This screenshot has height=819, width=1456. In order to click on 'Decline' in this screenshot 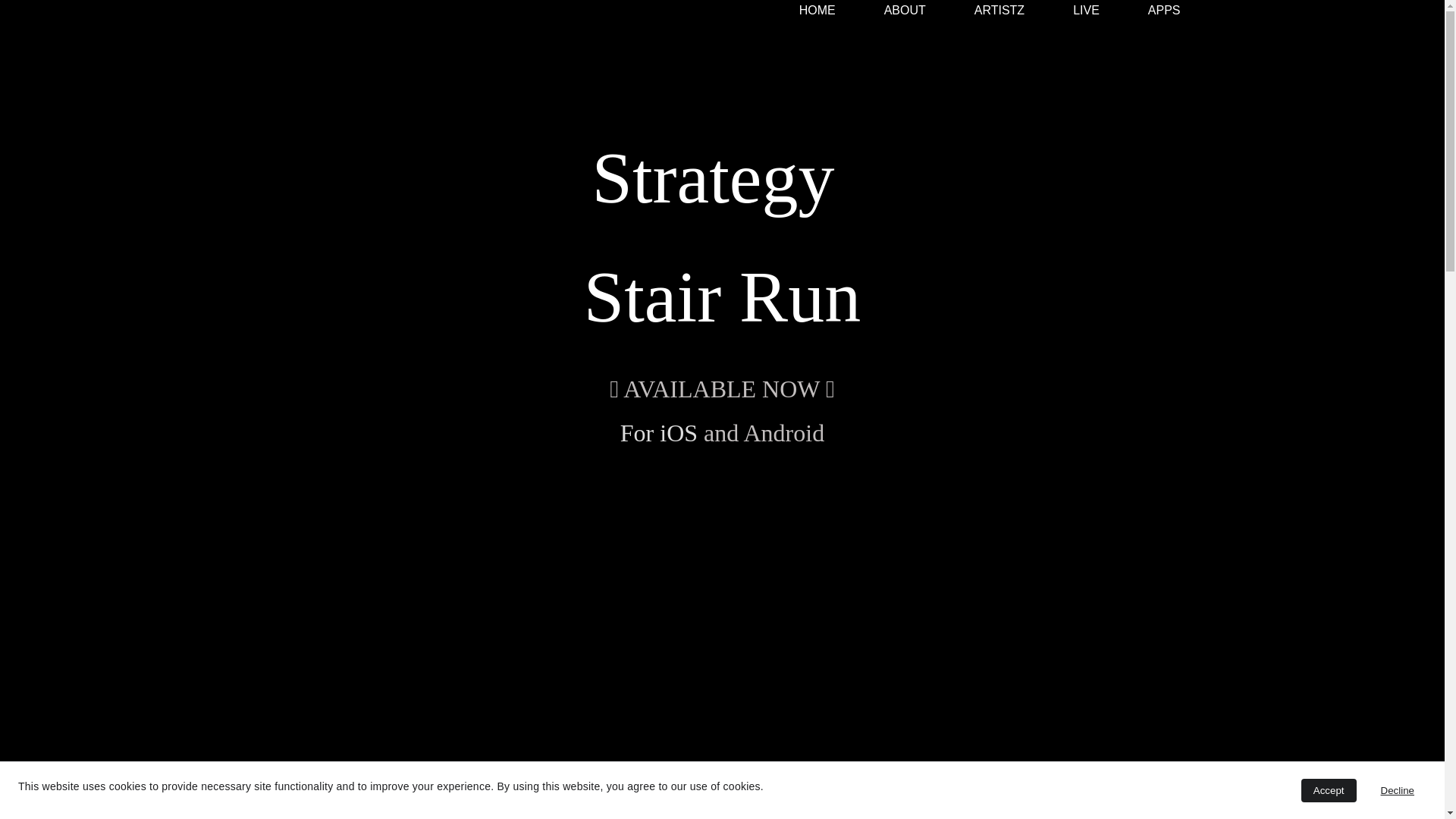, I will do `click(1397, 789)`.